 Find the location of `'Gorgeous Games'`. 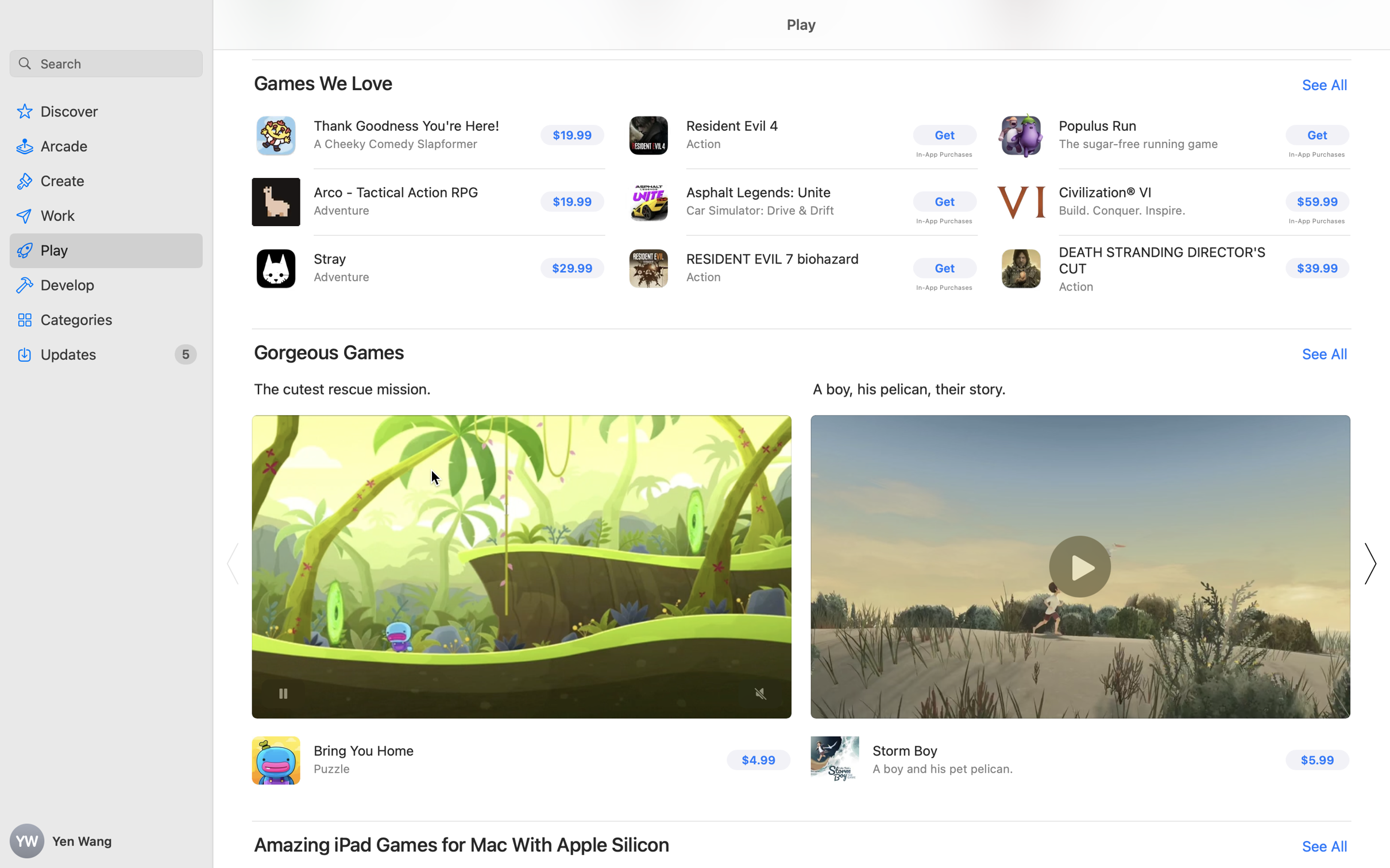

'Gorgeous Games' is located at coordinates (328, 351).